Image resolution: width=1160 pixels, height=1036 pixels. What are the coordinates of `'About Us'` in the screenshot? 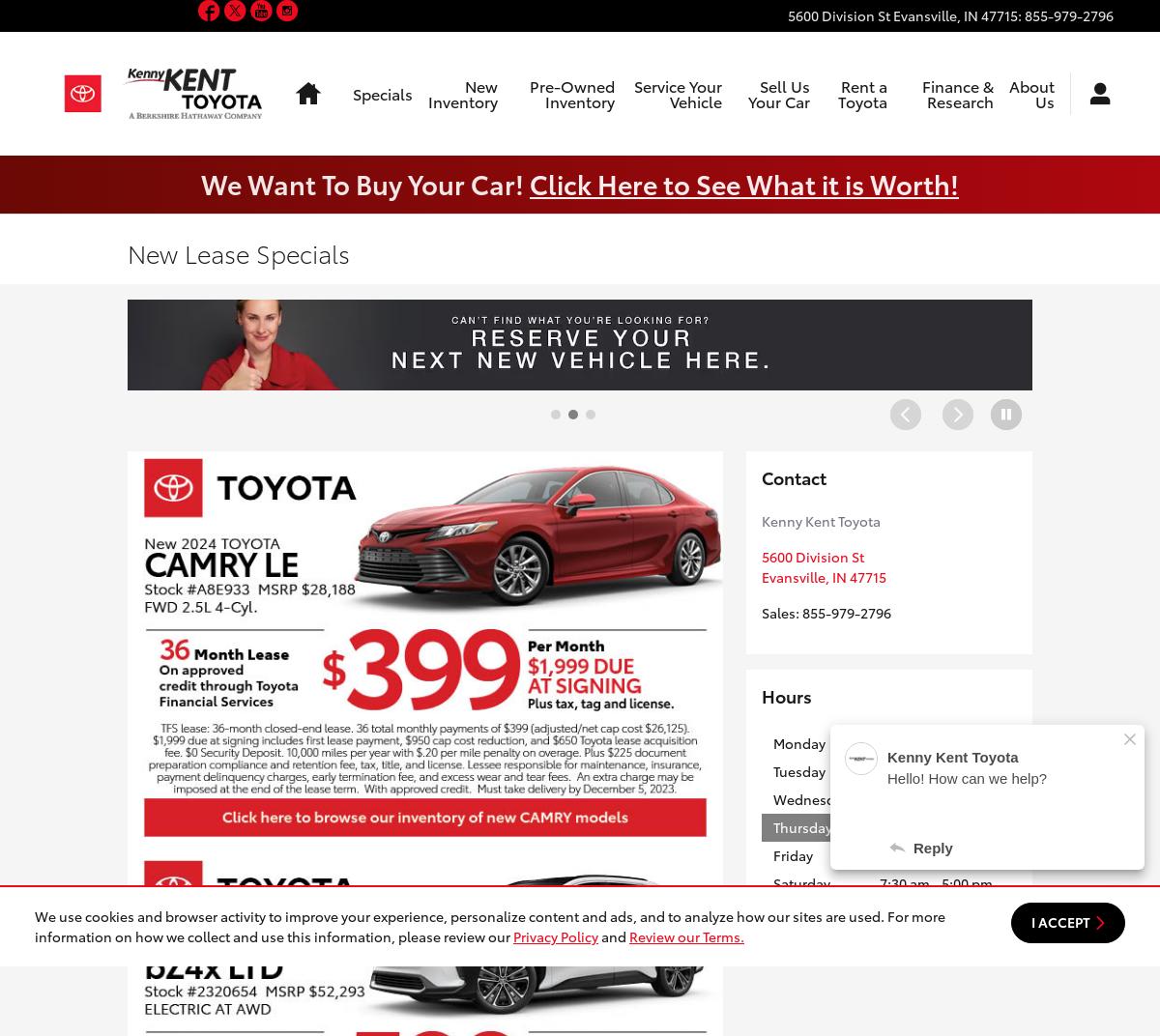 It's located at (1008, 93).